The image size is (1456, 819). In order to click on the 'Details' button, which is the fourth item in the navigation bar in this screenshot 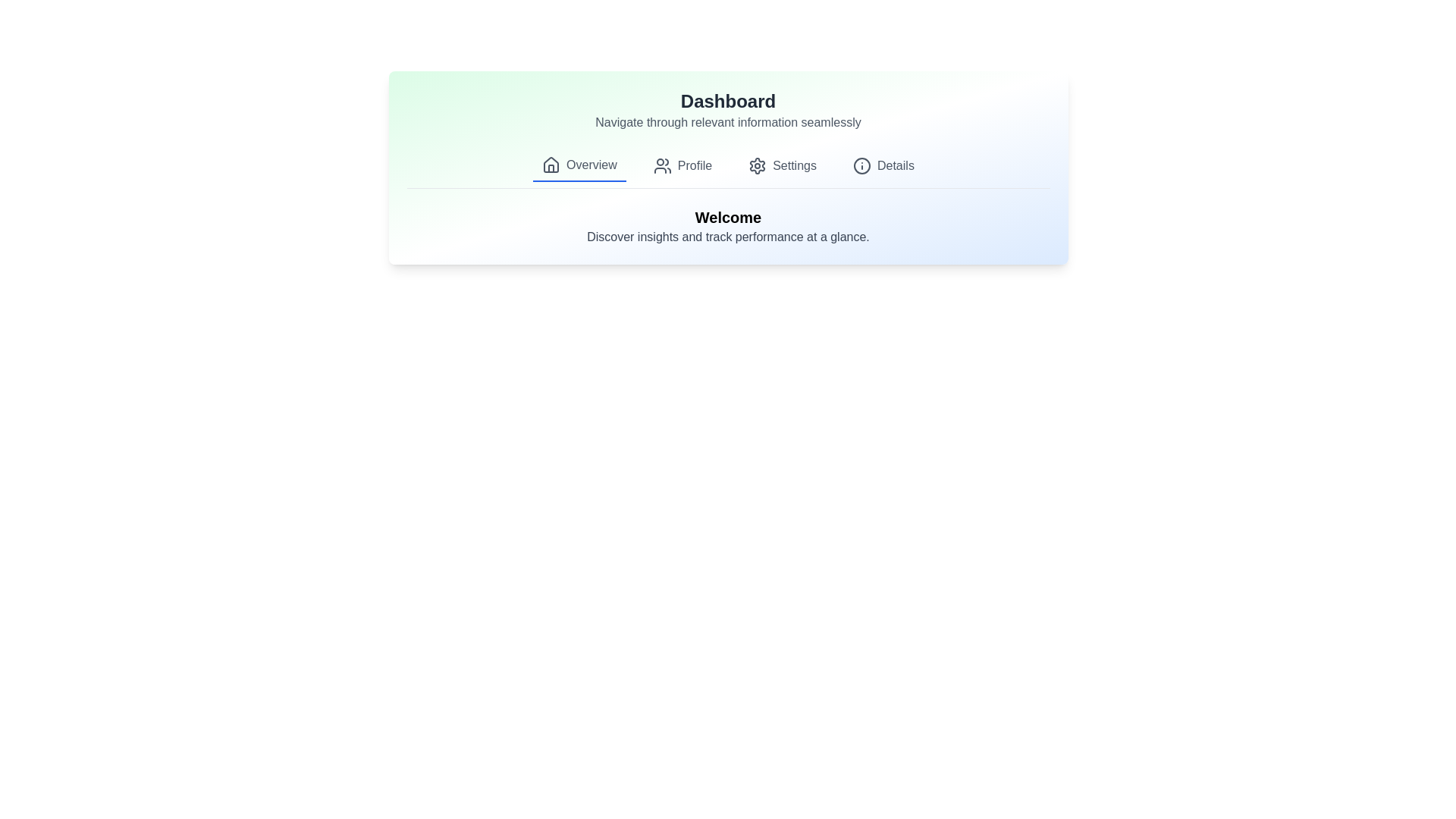, I will do `click(883, 166)`.